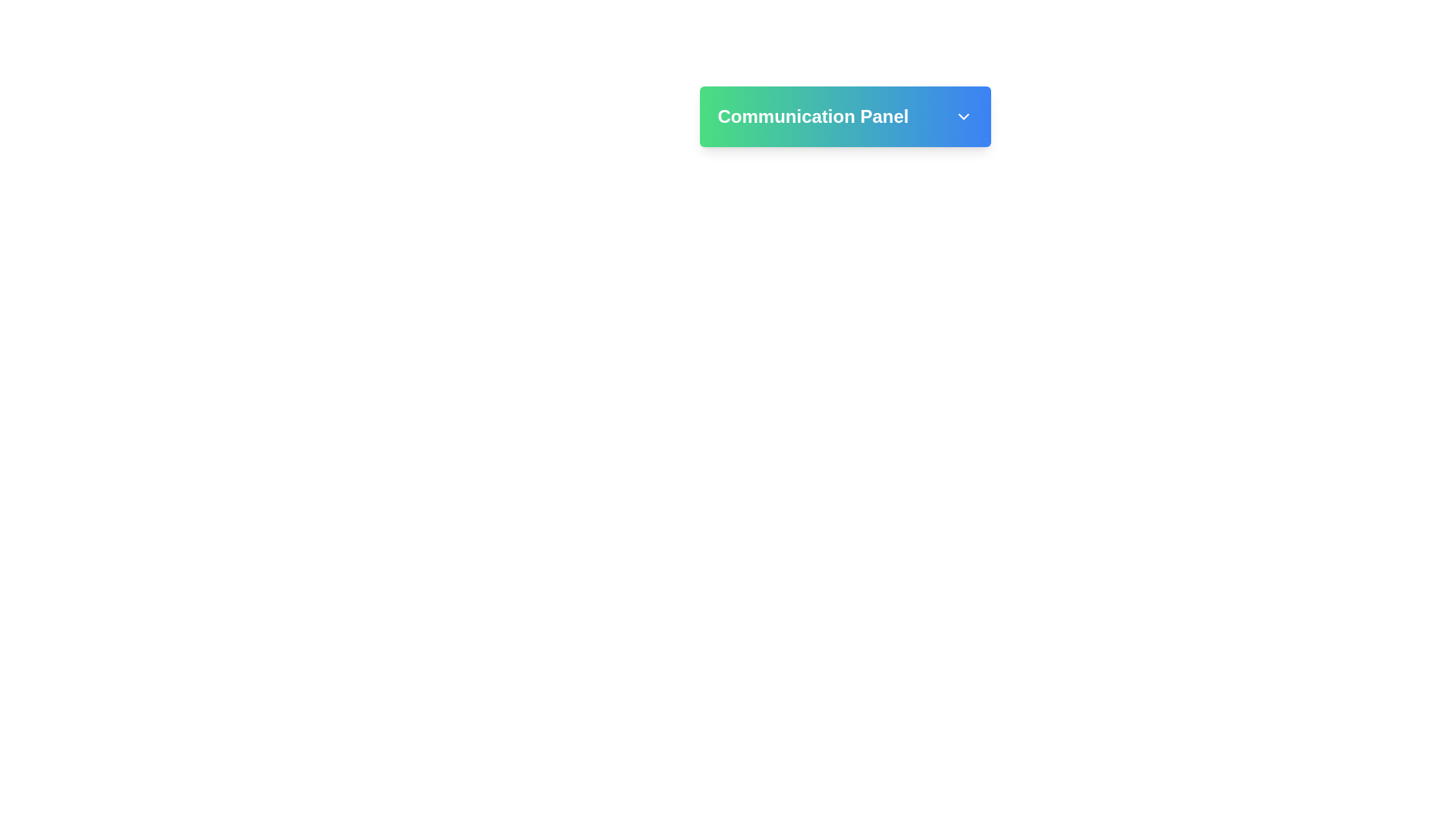  I want to click on the downward-pointing chevron icon next to the 'Communication Panel' text, so click(962, 116).